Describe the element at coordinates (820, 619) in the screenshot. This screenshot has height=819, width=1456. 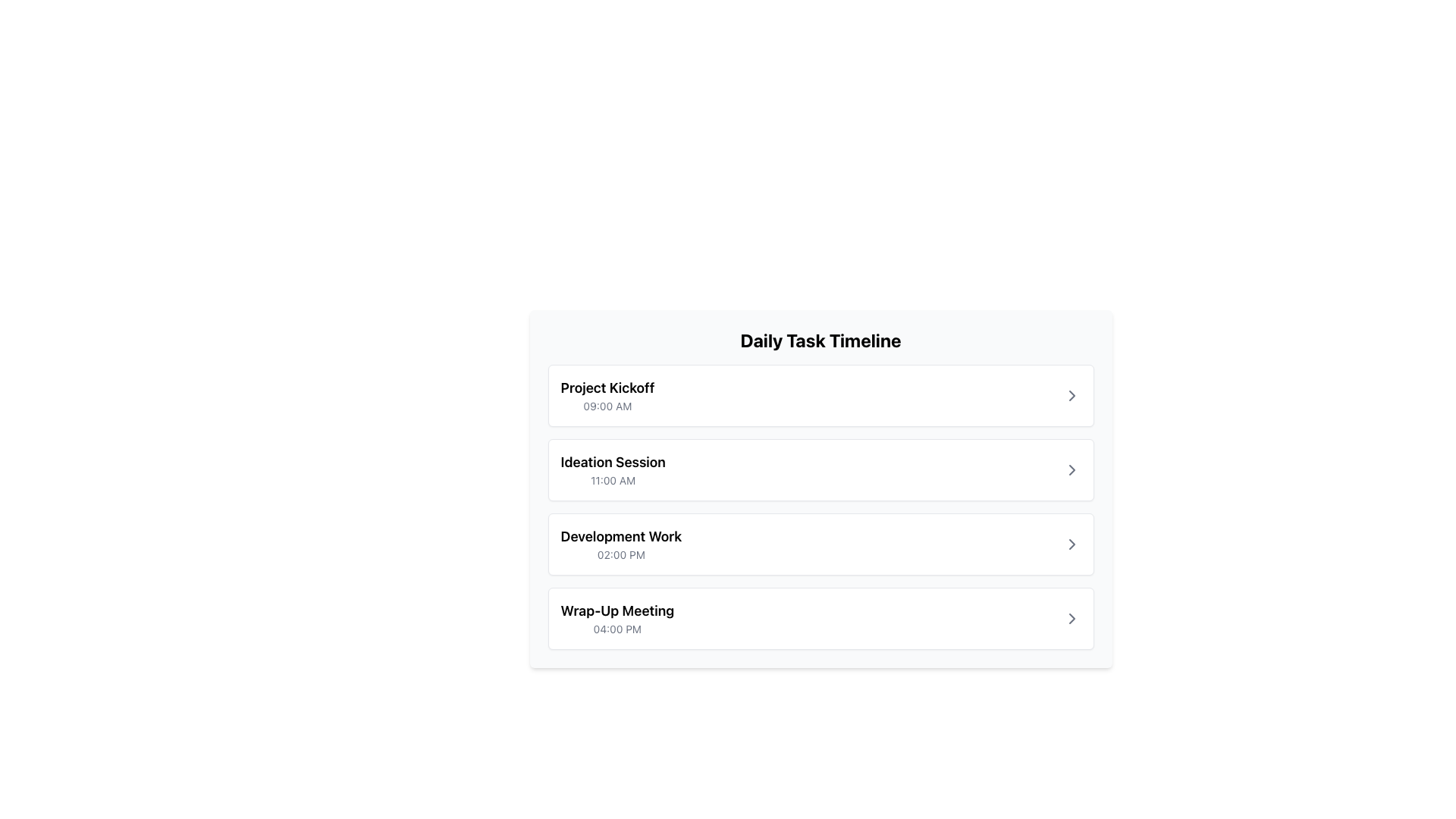
I see `the 'Wrap-Up Meeting' button in the 'Daily Task Timeline' section` at that location.